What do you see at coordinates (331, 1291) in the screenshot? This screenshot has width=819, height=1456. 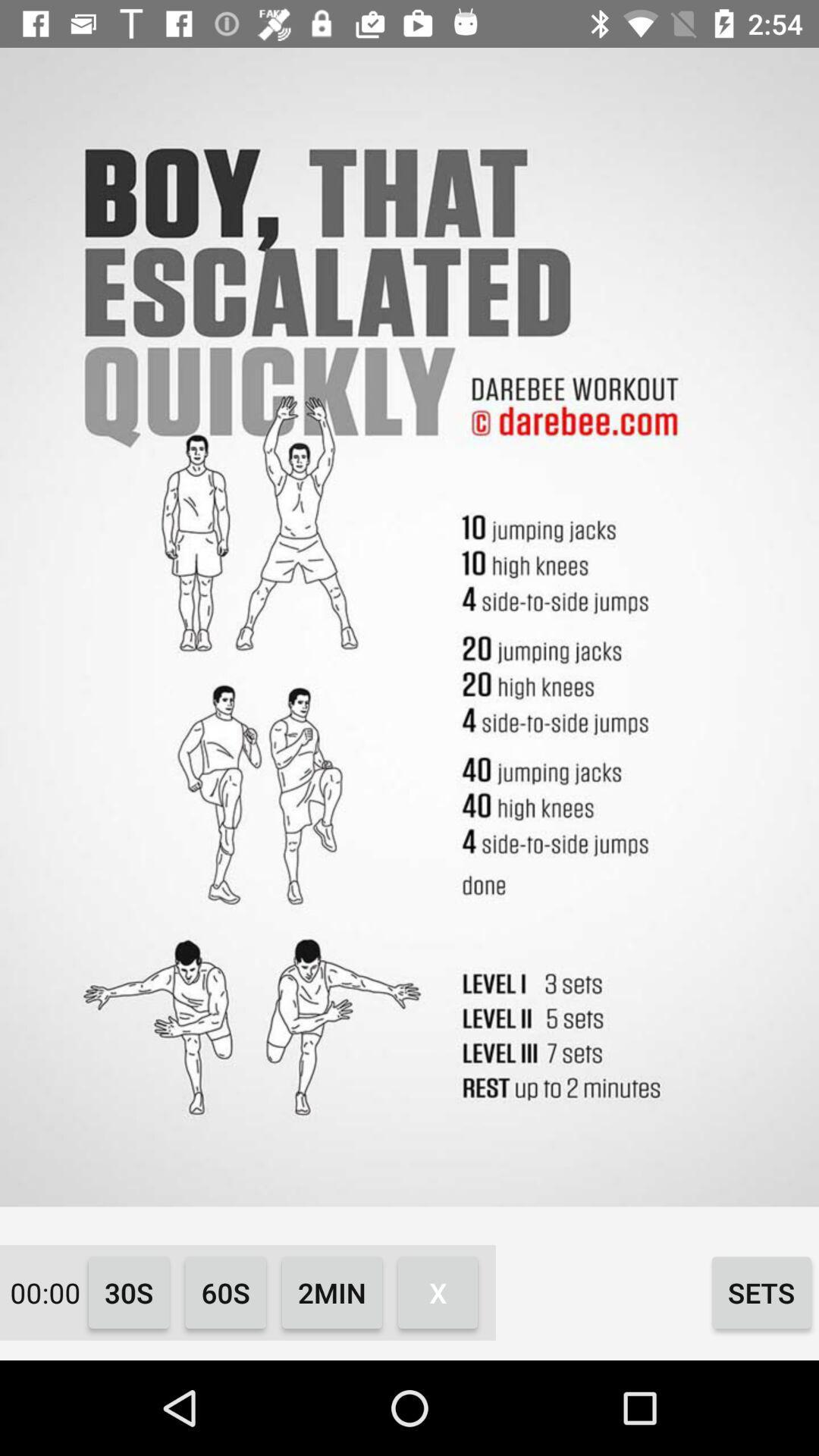 I see `icon to the right of 60s icon` at bounding box center [331, 1291].